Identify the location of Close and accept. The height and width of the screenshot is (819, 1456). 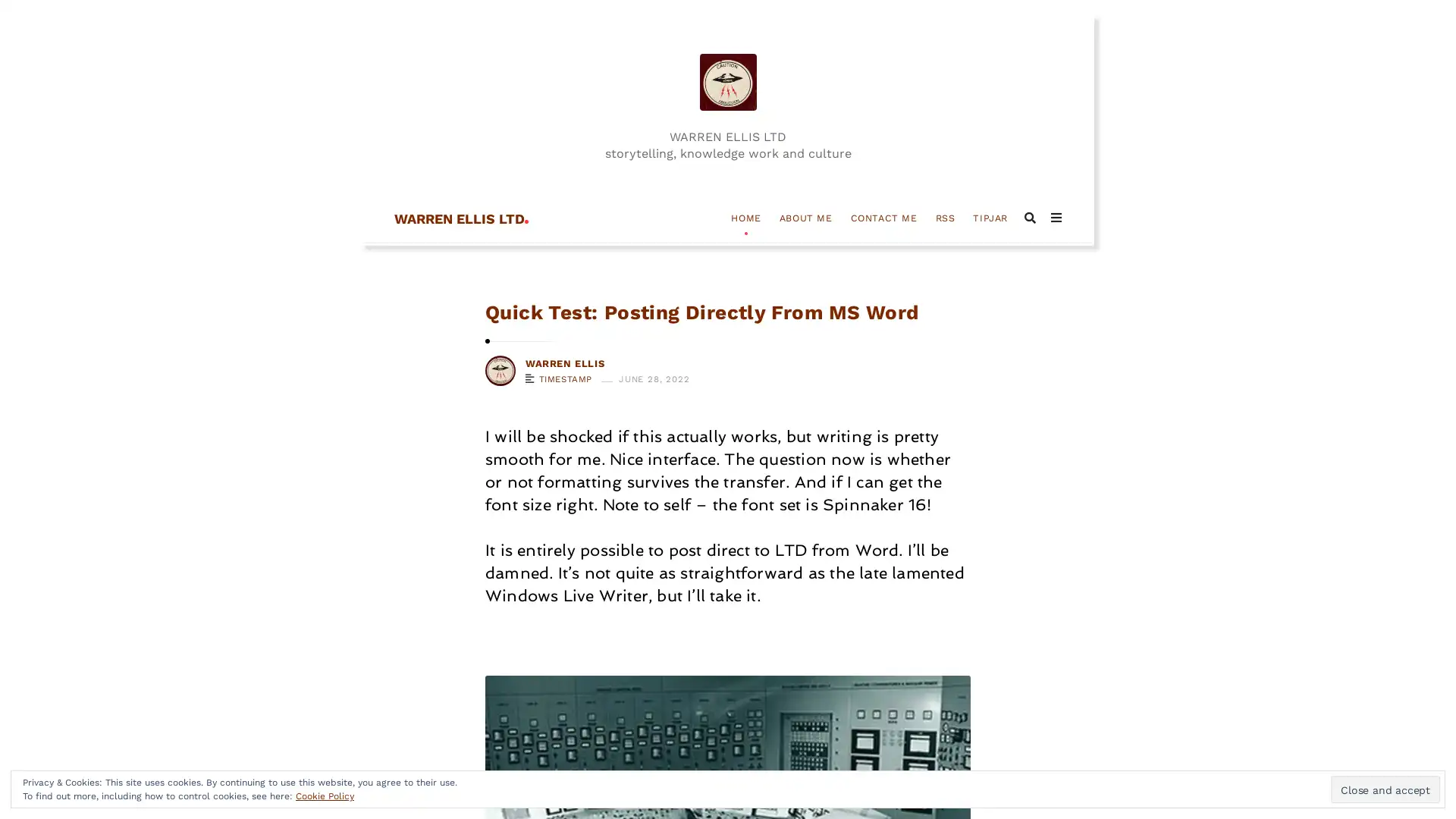
(1385, 789).